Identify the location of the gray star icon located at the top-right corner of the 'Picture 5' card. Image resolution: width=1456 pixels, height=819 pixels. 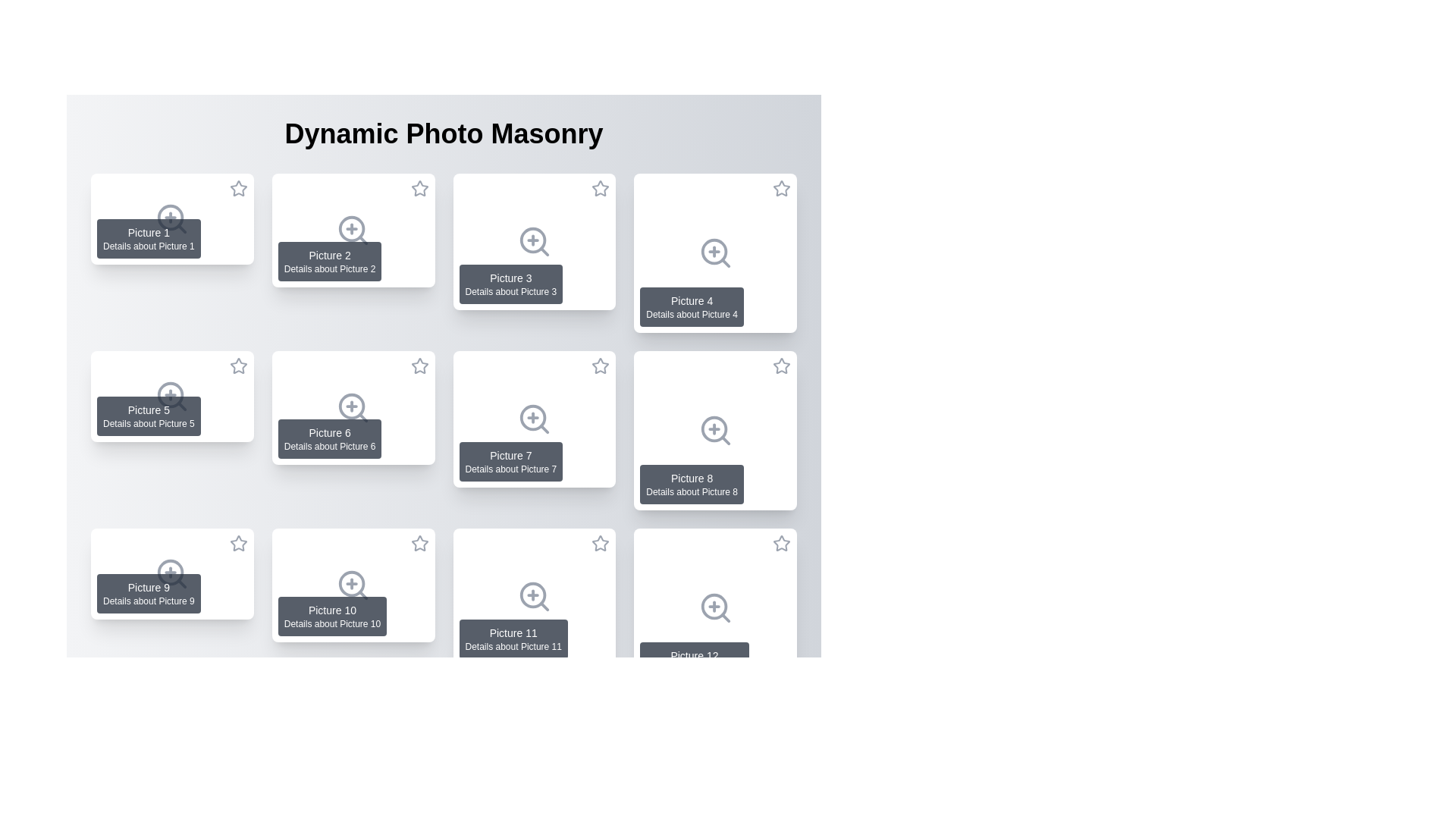
(237, 366).